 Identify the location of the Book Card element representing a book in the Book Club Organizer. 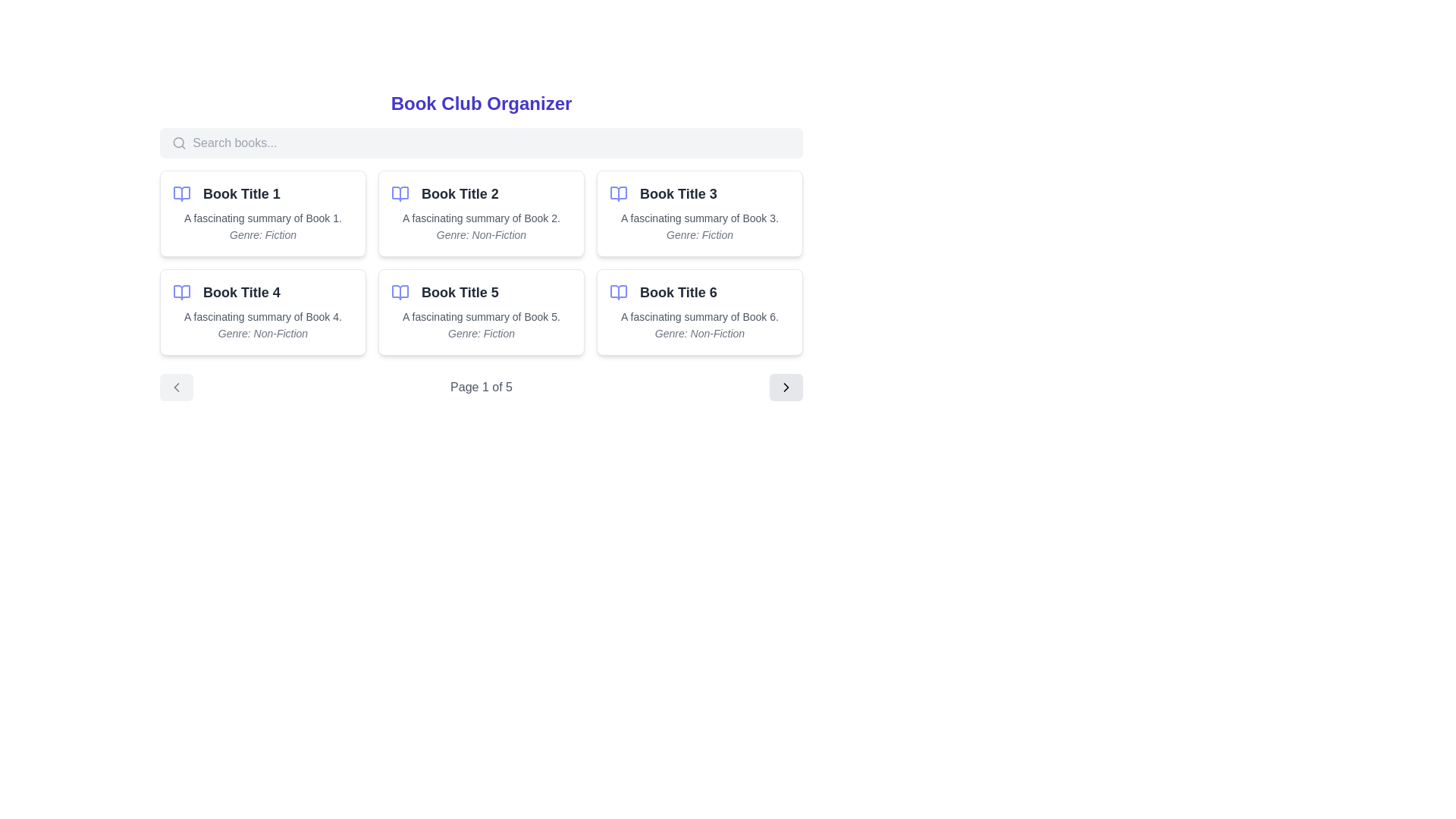
(480, 245).